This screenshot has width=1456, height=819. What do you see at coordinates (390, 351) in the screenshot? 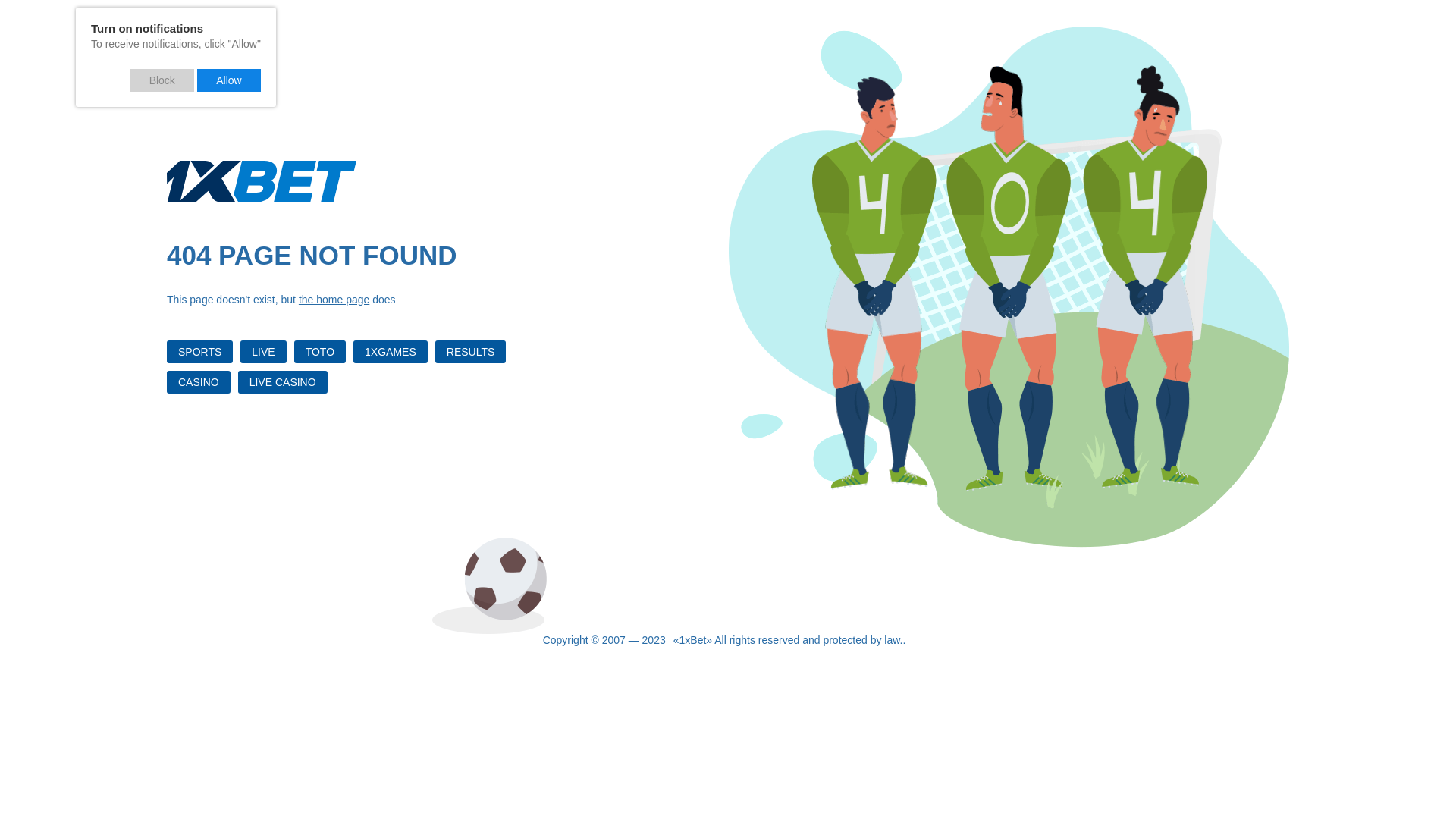
I see `'1XGAMES'` at bounding box center [390, 351].